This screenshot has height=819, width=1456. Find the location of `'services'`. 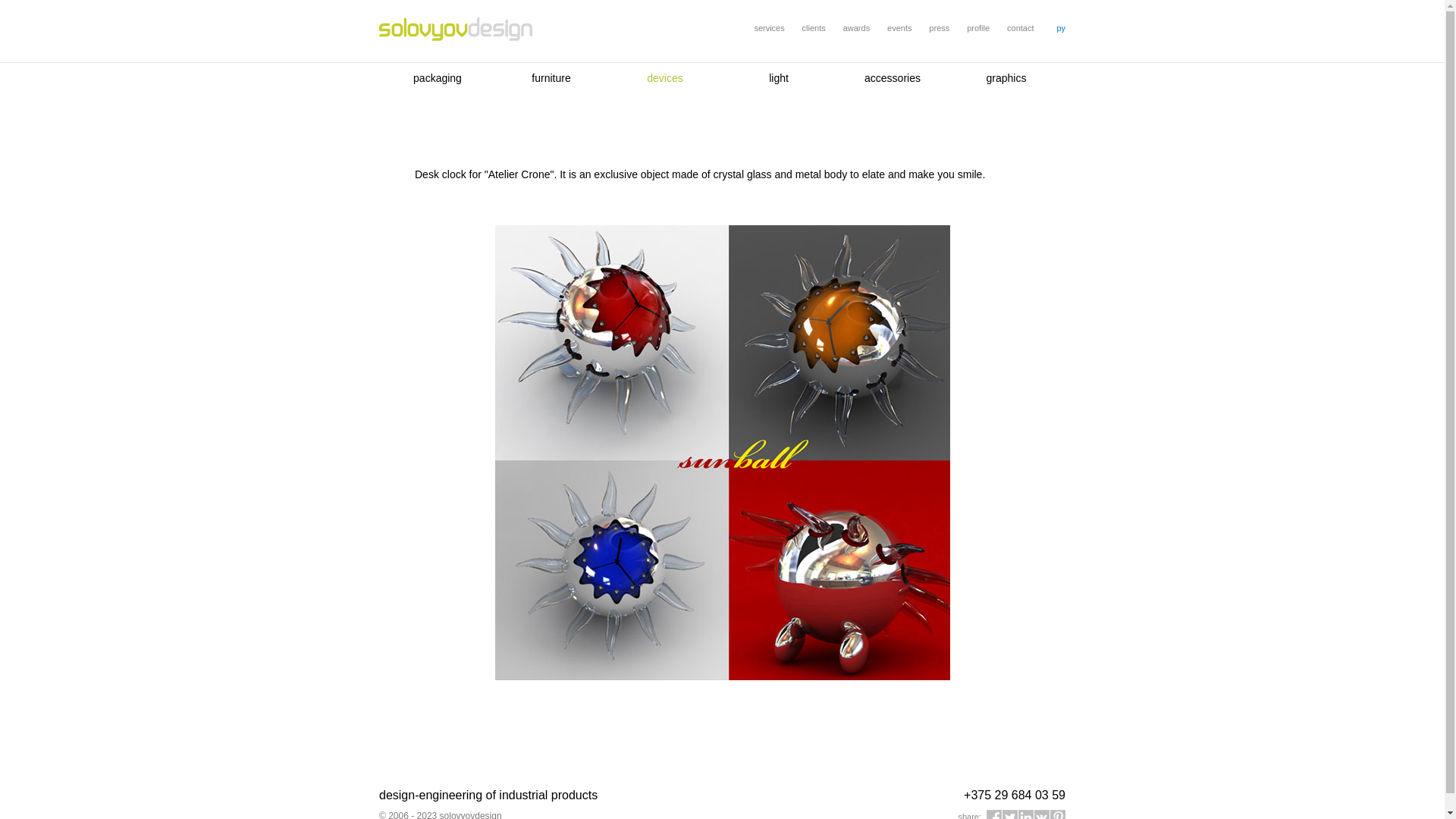

'services' is located at coordinates (768, 28).